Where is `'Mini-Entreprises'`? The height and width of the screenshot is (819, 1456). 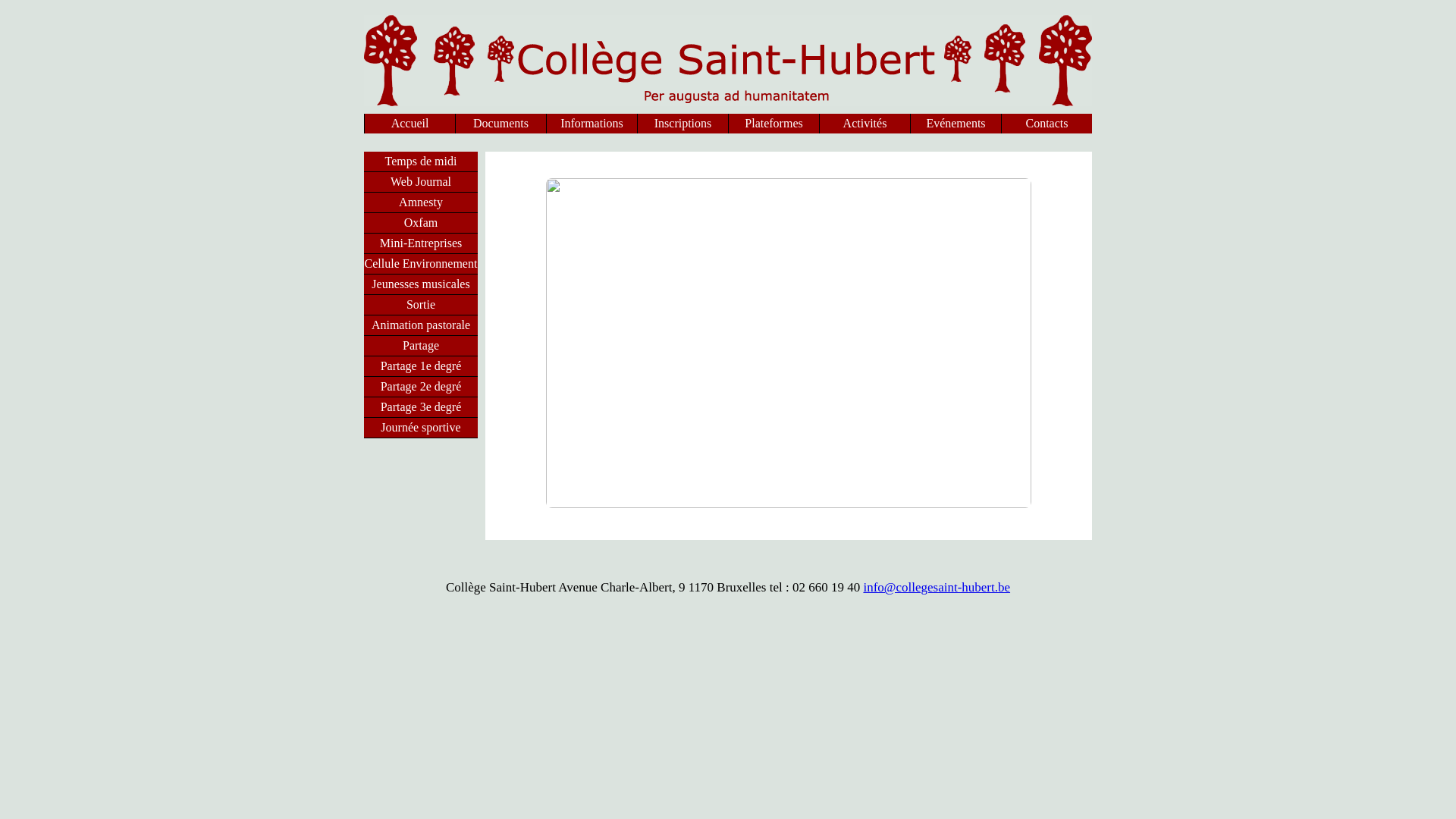
'Mini-Entreprises' is located at coordinates (364, 242).